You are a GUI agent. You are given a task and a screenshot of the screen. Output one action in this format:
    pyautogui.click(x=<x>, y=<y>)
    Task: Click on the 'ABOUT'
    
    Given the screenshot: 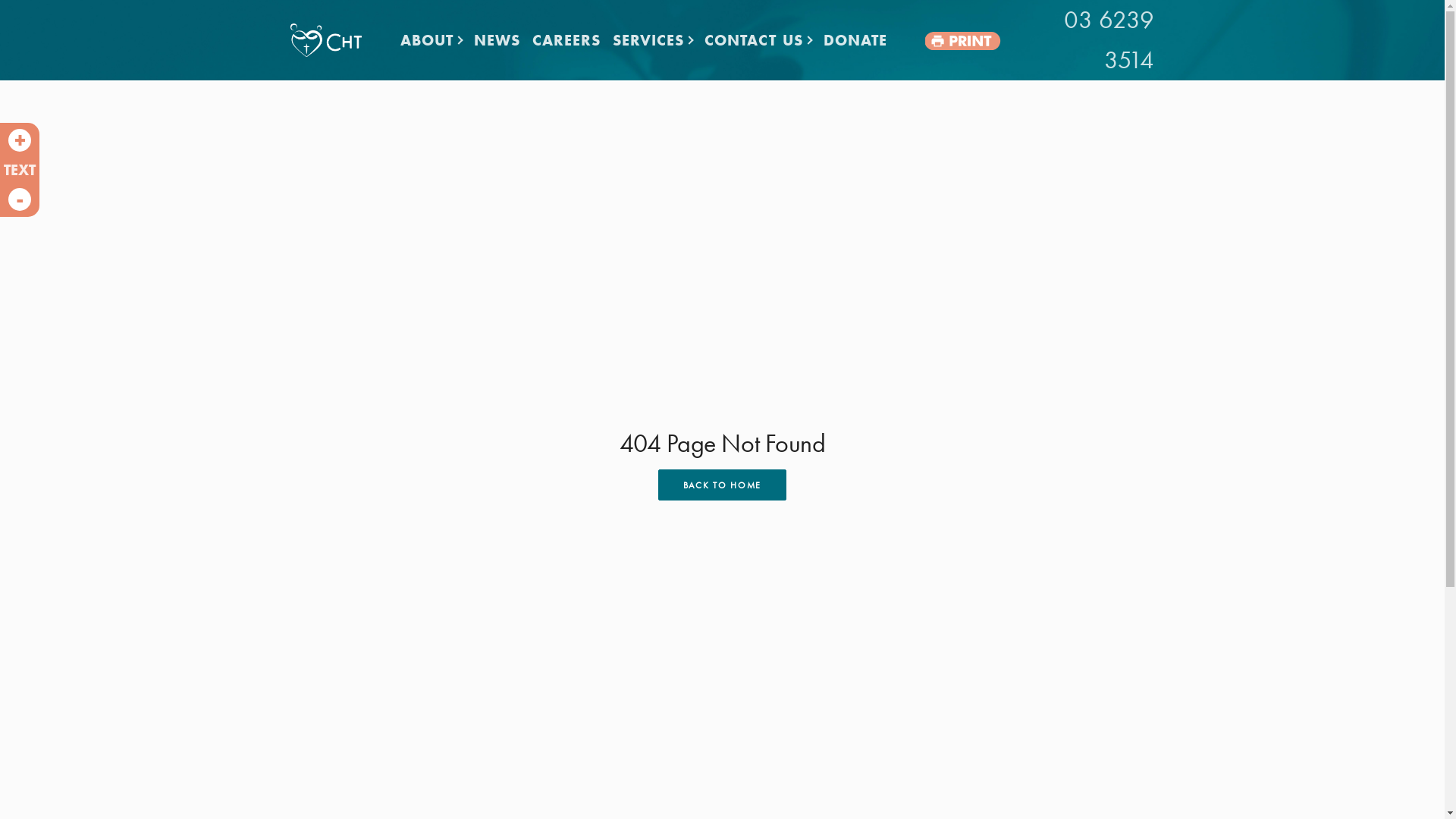 What is the action you would take?
    pyautogui.click(x=394, y=39)
    